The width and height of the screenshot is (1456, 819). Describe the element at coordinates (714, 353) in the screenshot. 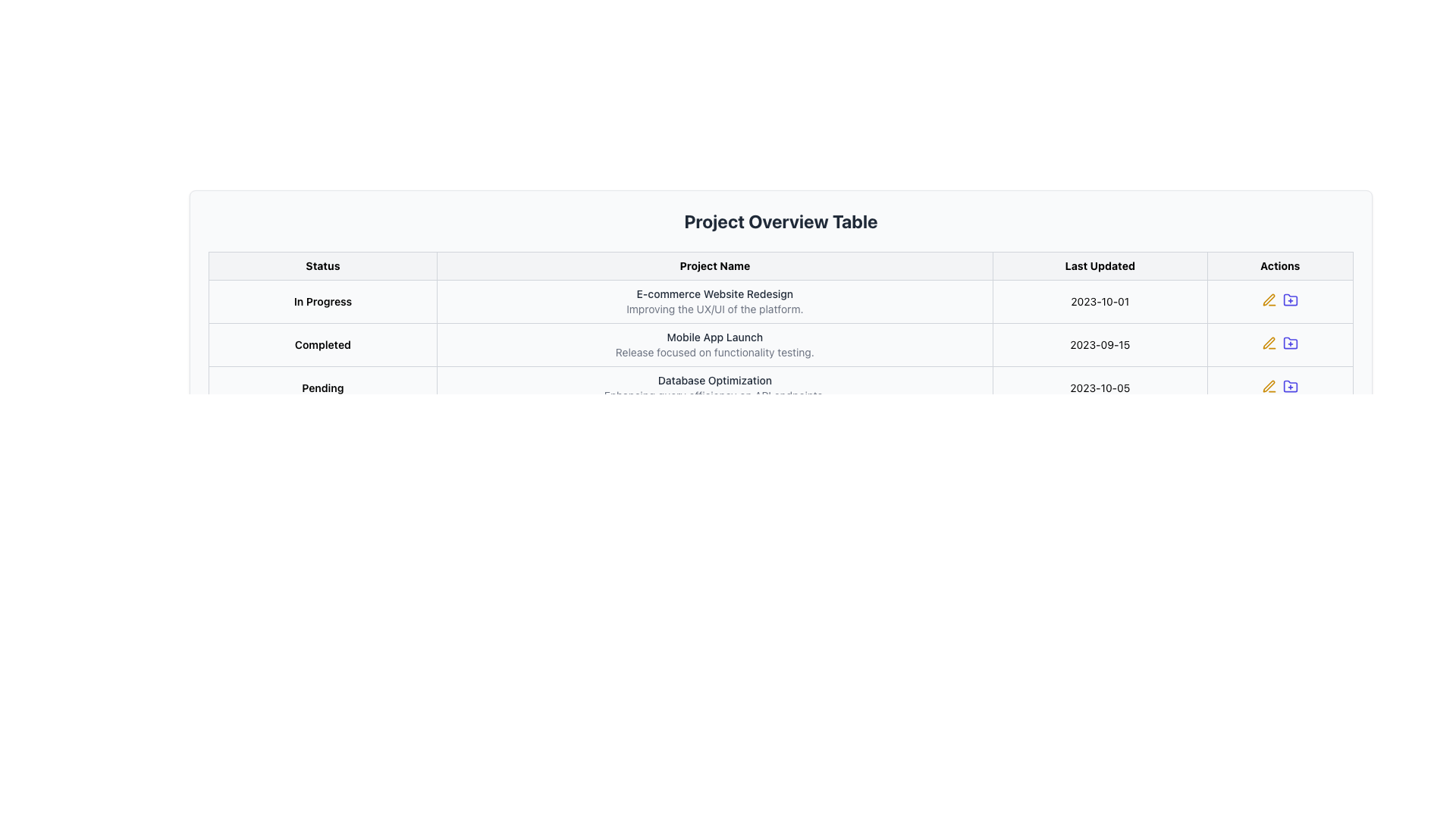

I see `the text label providing information about the project entry 'Mobile App Launch' in the 'Project Overview Table', which specifies that it focuses on functionality testing` at that location.